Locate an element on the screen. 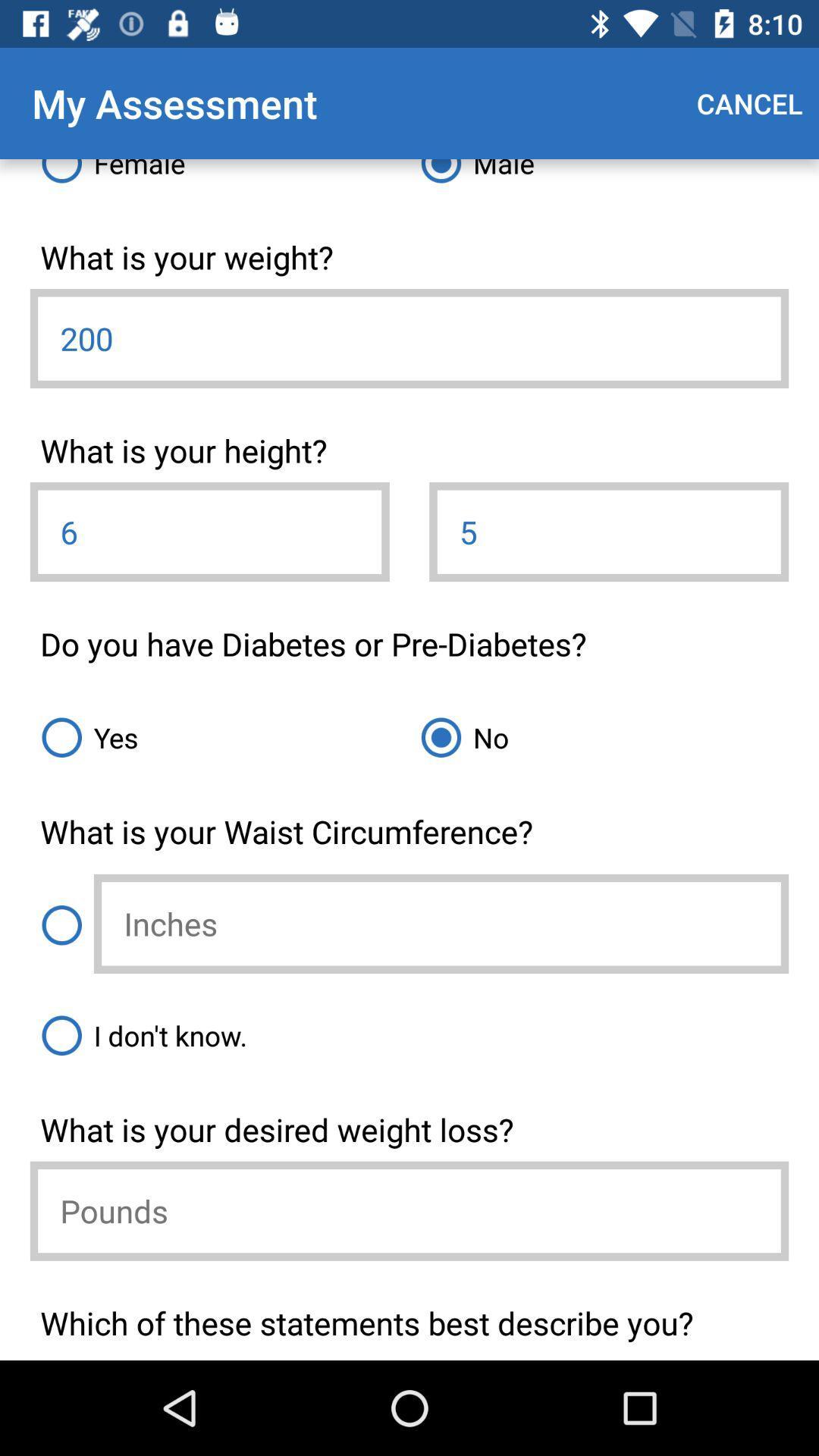  pick this to enter inches is located at coordinates (61, 924).